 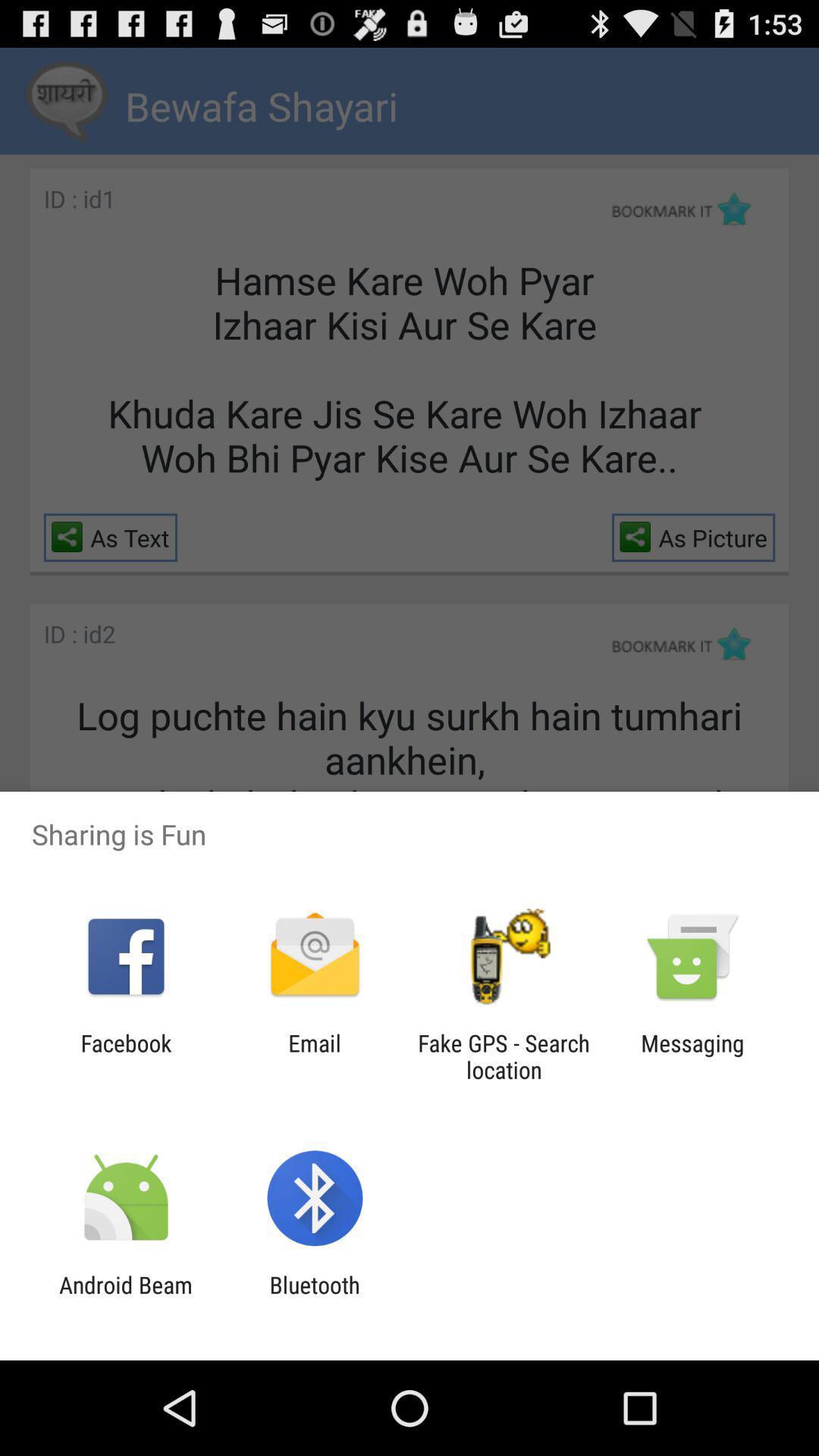 I want to click on messaging, so click(x=692, y=1056).